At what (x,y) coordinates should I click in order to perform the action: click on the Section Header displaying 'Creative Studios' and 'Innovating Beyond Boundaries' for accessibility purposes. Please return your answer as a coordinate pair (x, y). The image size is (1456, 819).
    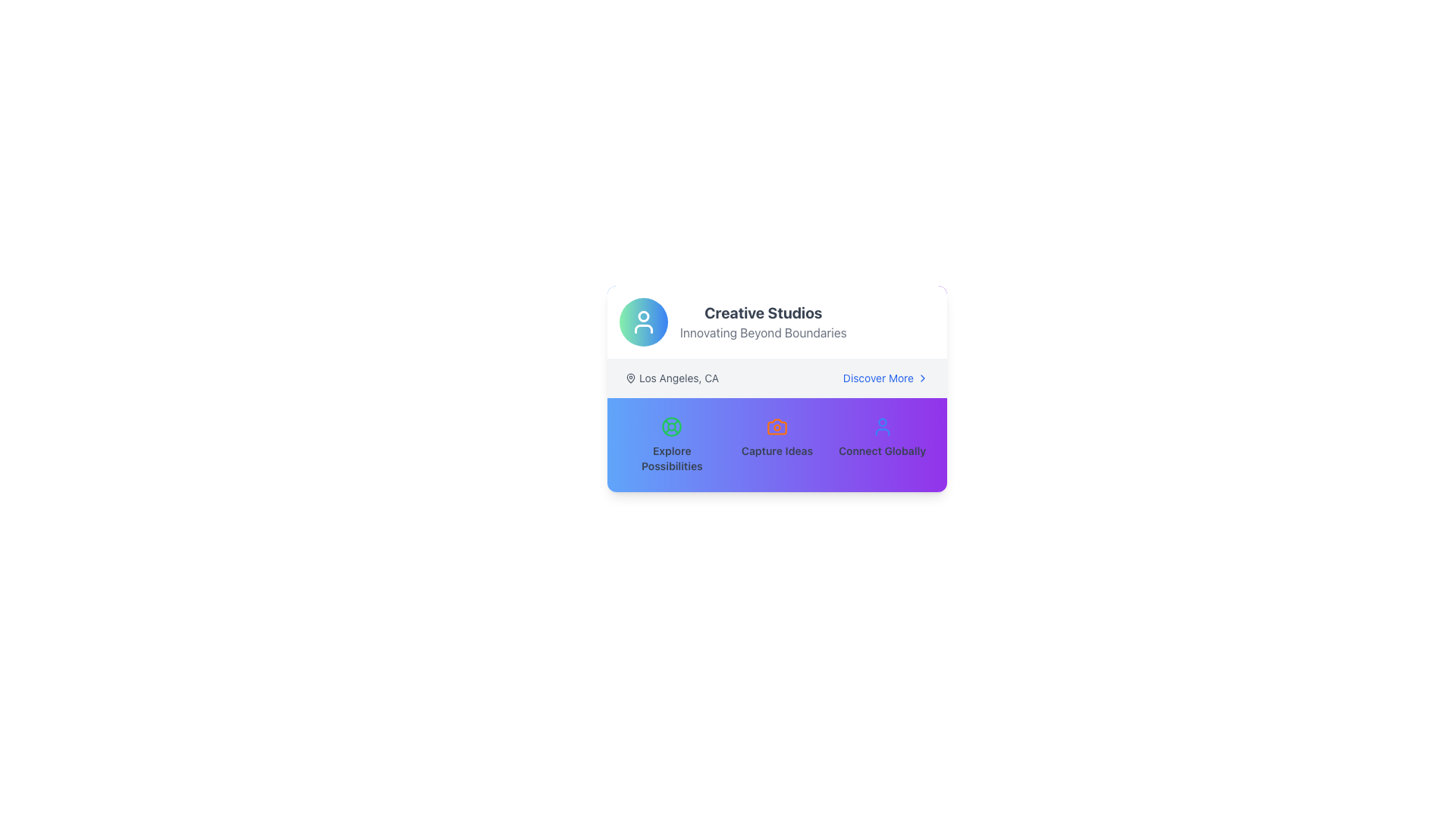
    Looking at the image, I should click on (777, 321).